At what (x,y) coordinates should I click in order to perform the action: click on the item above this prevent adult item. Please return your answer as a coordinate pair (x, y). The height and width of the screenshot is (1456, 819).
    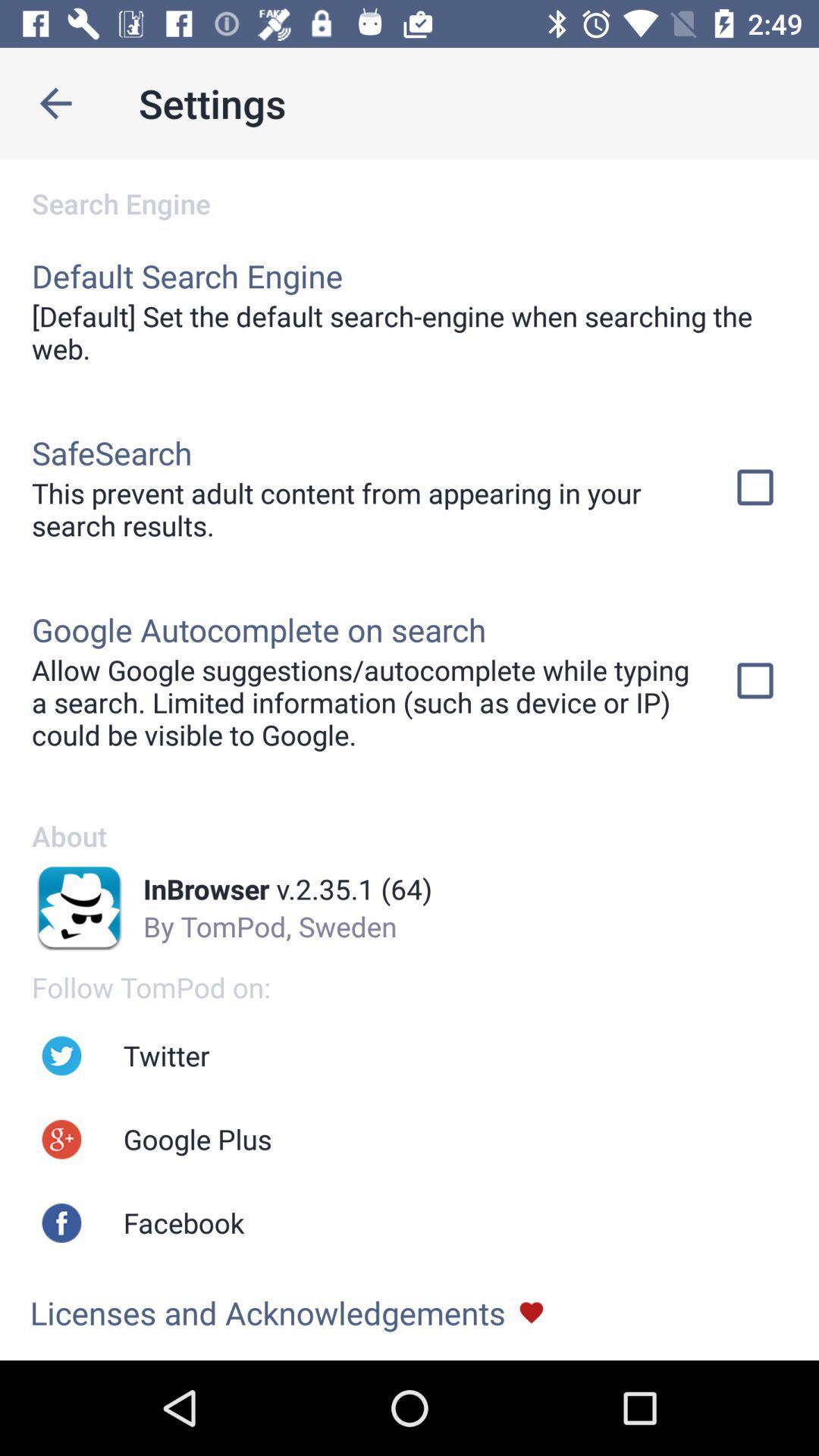
    Looking at the image, I should click on (111, 451).